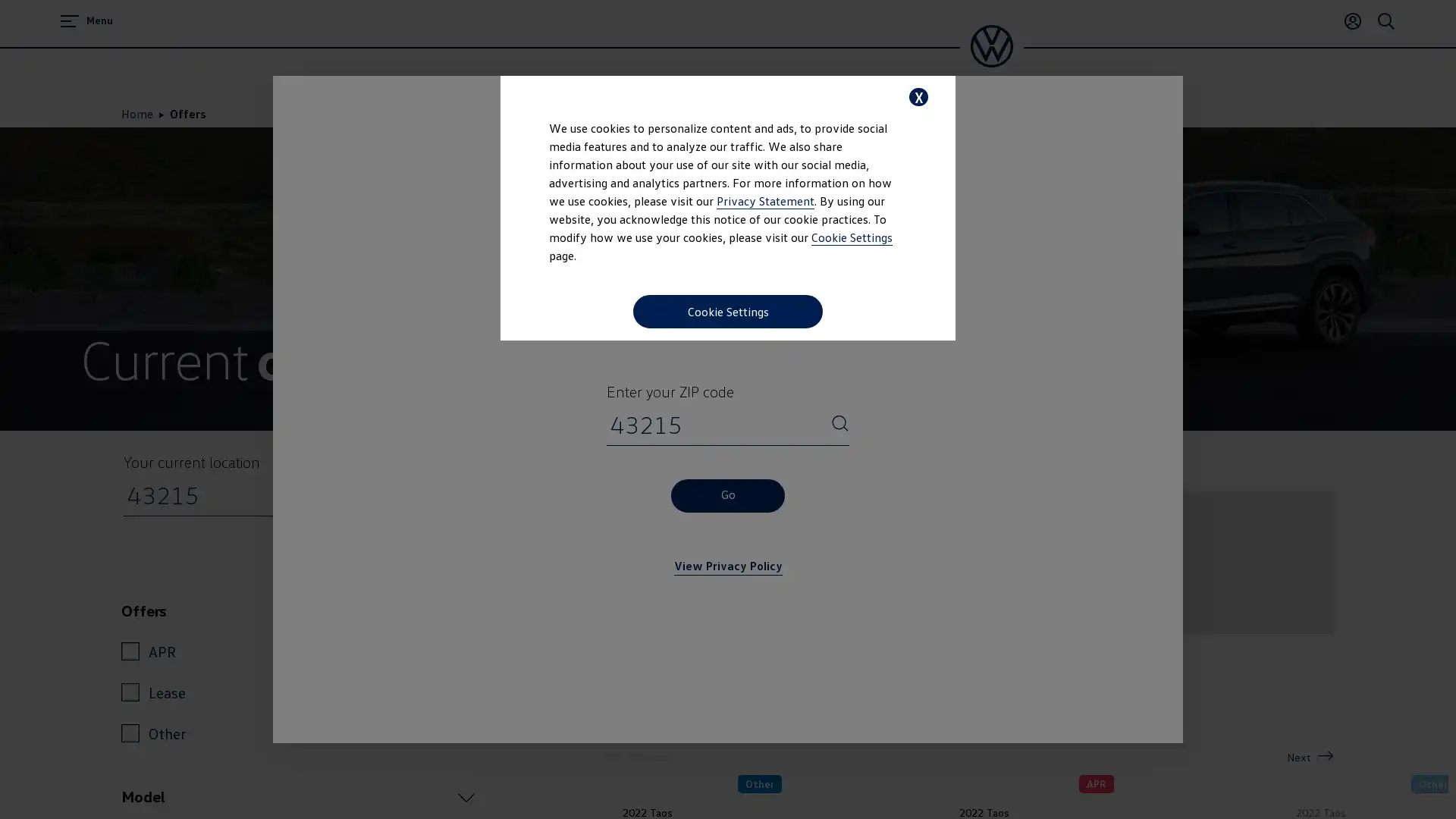  Describe the element at coordinates (728, 494) in the screenshot. I see `Go` at that location.